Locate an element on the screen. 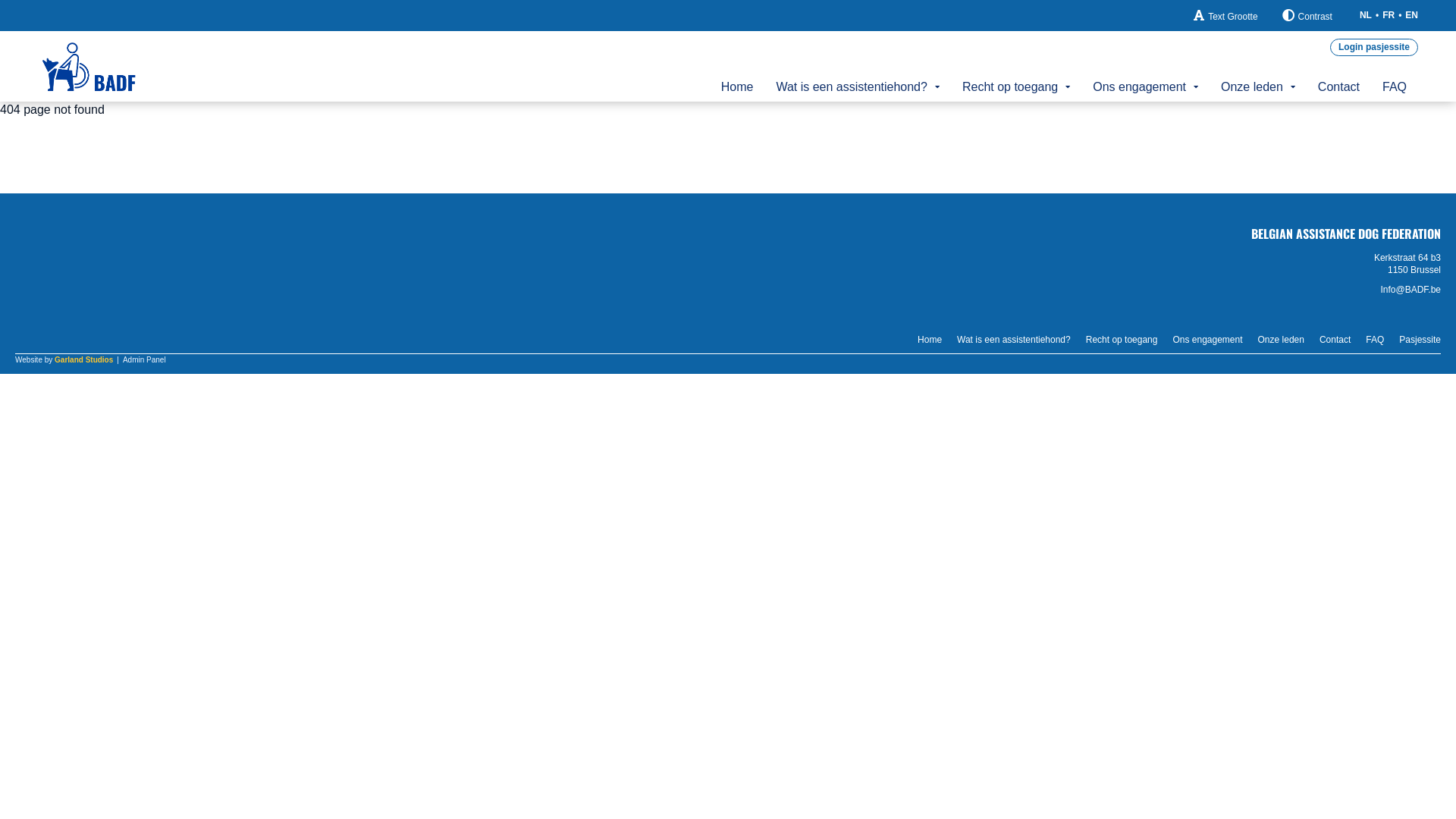 This screenshot has width=1456, height=819. 'Admin Panel' is located at coordinates (144, 359).